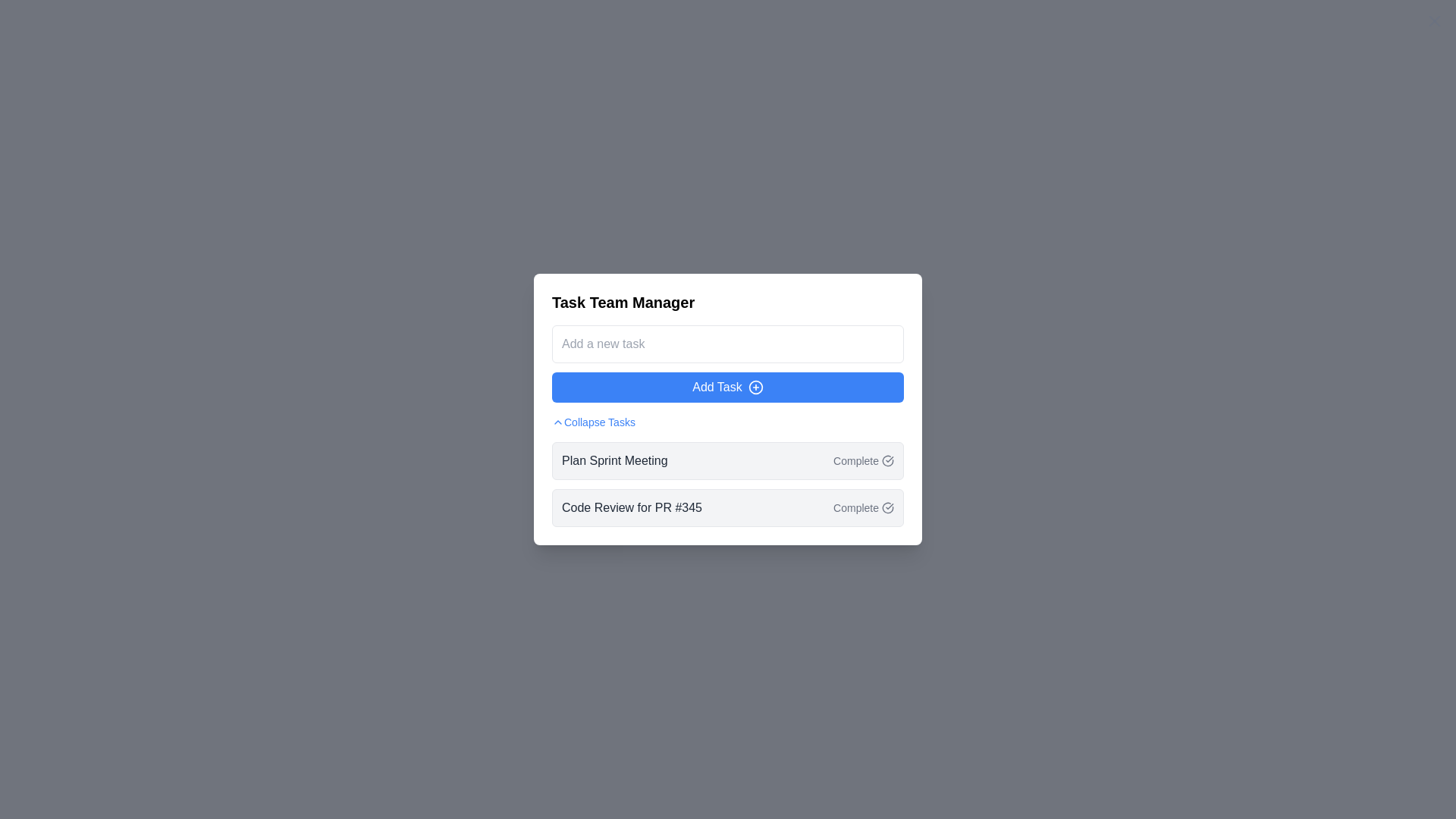 The image size is (1456, 819). Describe the element at coordinates (863, 508) in the screenshot. I see `the 'Complete' button with a checkmark icon on the right side of the task labeled 'Code Review for PR #345'` at that location.